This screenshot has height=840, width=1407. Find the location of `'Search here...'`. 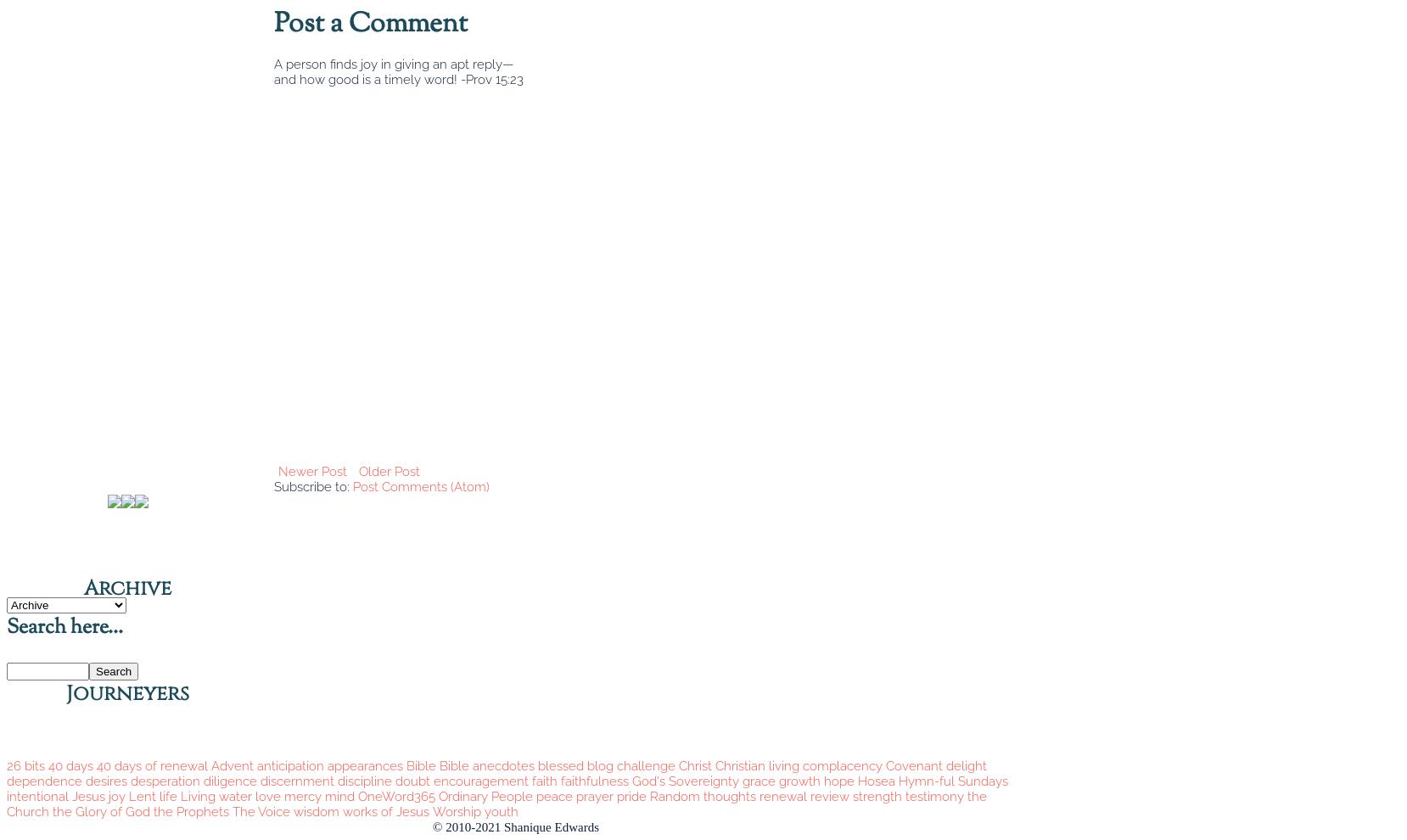

'Search here...' is located at coordinates (64, 627).